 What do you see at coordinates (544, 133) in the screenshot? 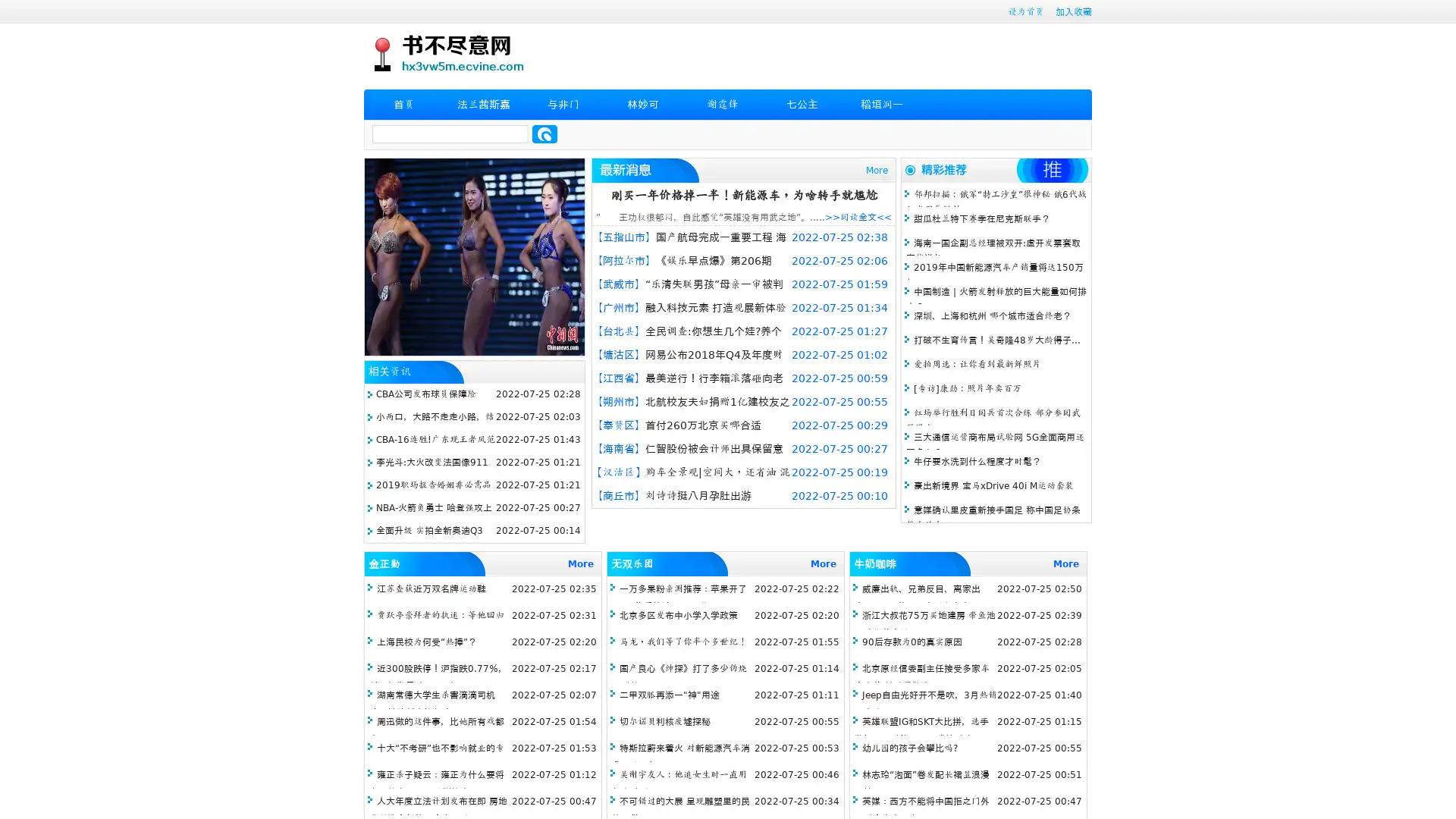
I see `Search` at bounding box center [544, 133].